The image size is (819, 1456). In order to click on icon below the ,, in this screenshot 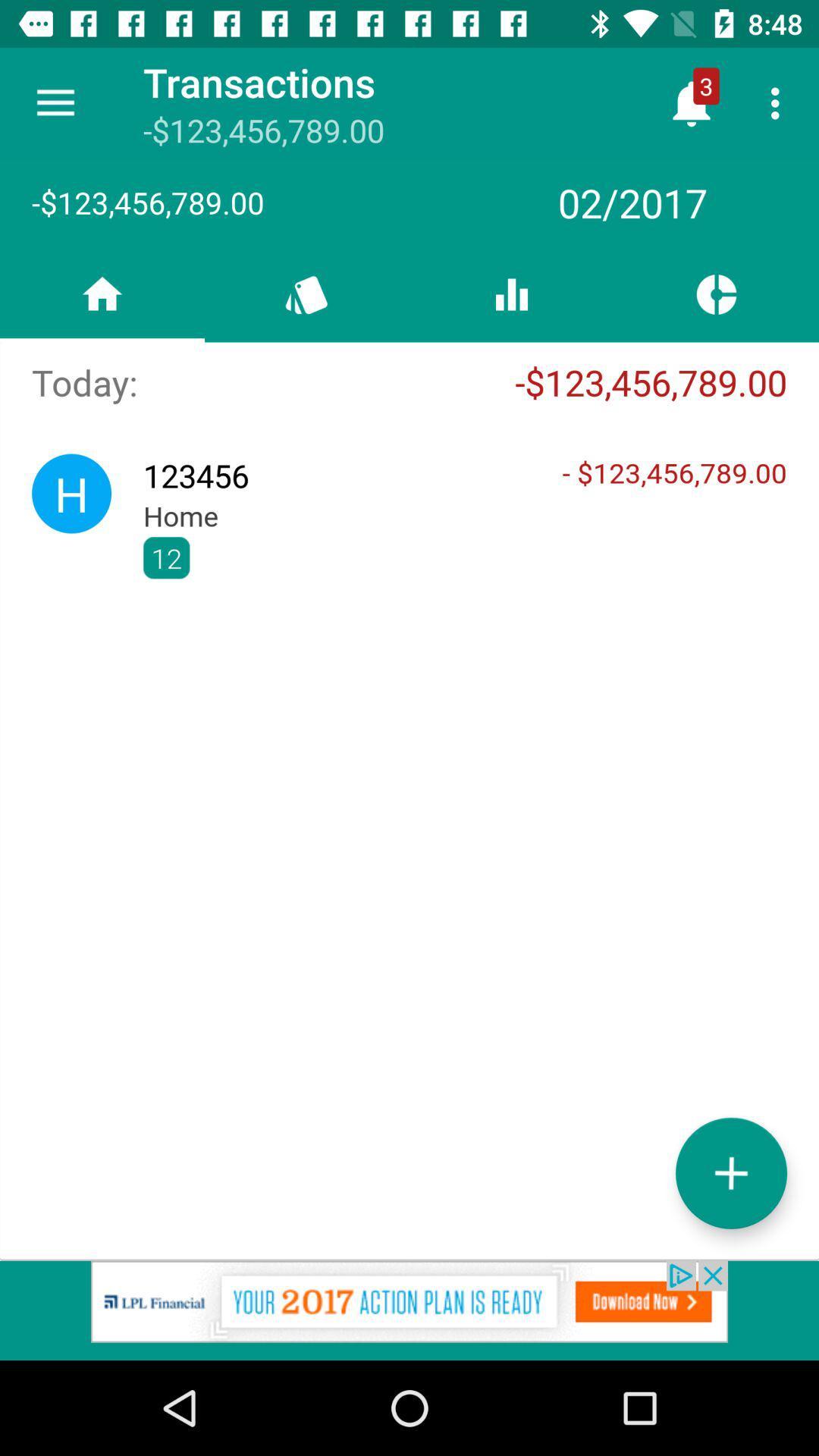, I will do `click(730, 1172)`.